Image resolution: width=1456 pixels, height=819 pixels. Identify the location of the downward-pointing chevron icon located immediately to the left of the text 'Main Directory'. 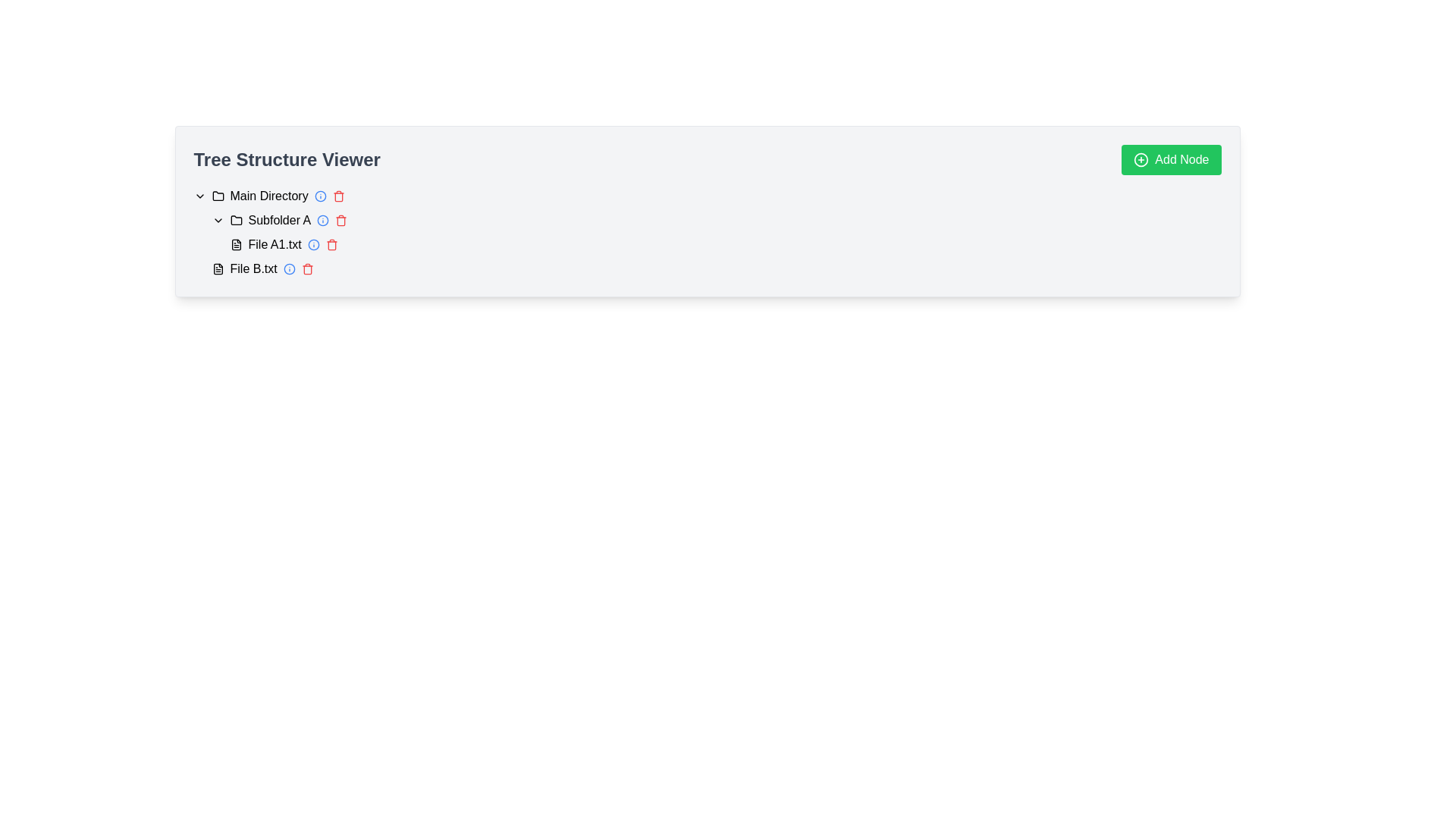
(199, 195).